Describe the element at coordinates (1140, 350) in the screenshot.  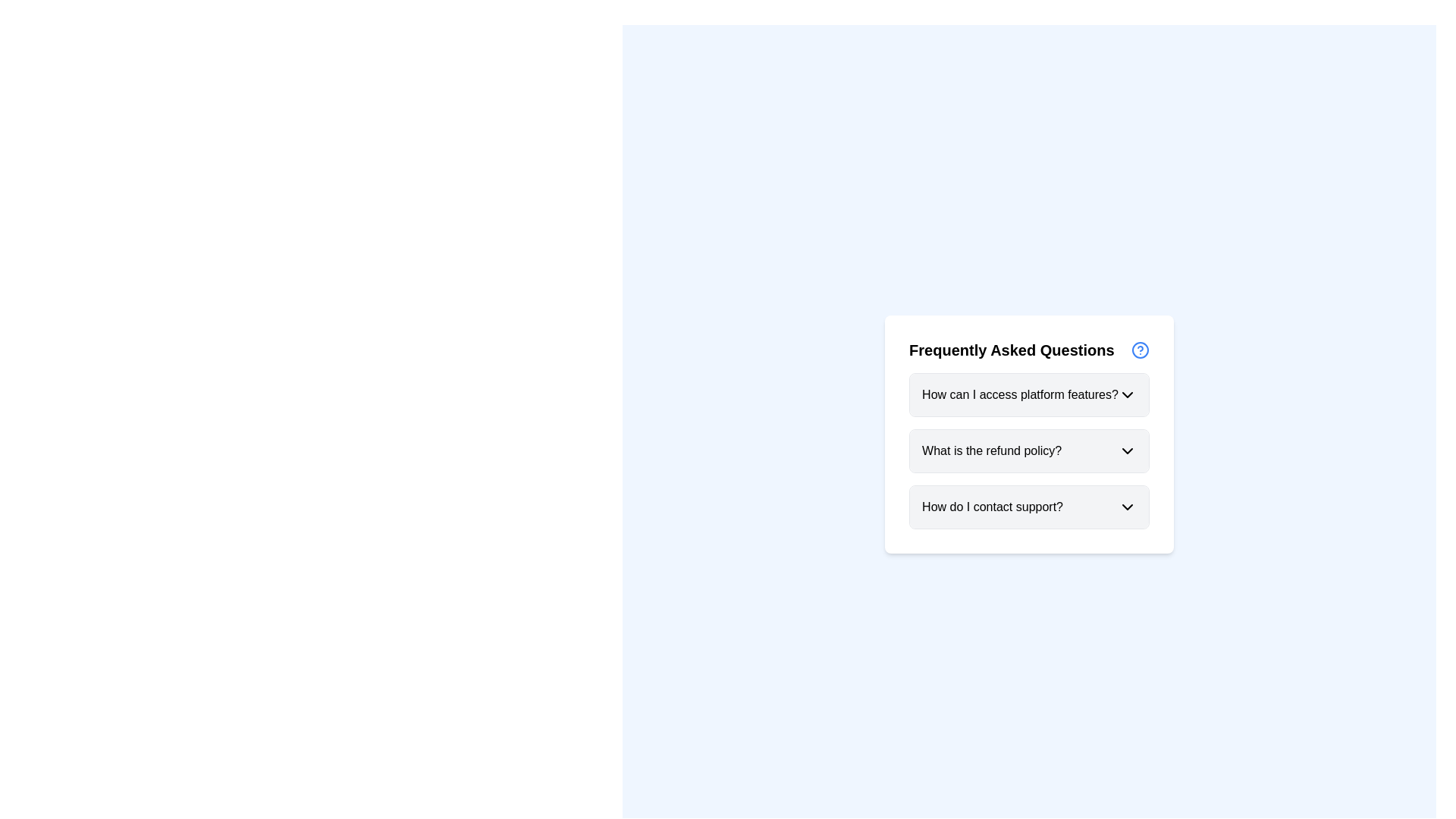
I see `the circular vector icon with a blue stroke and a question mark inside, located in the upper-right corner of the 'Frequently Asked Questions' header` at that location.